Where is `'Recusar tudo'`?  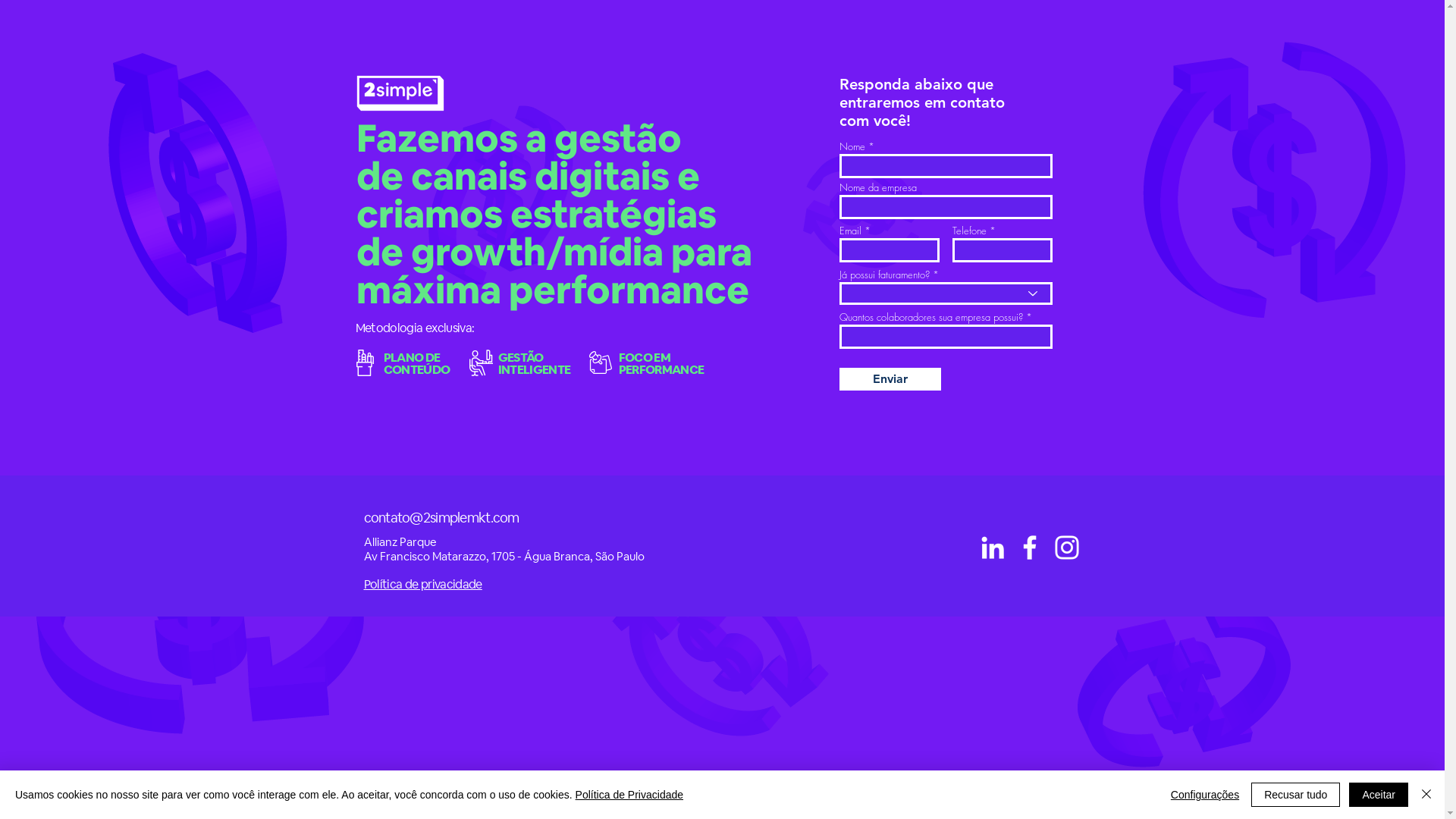 'Recusar tudo' is located at coordinates (1294, 794).